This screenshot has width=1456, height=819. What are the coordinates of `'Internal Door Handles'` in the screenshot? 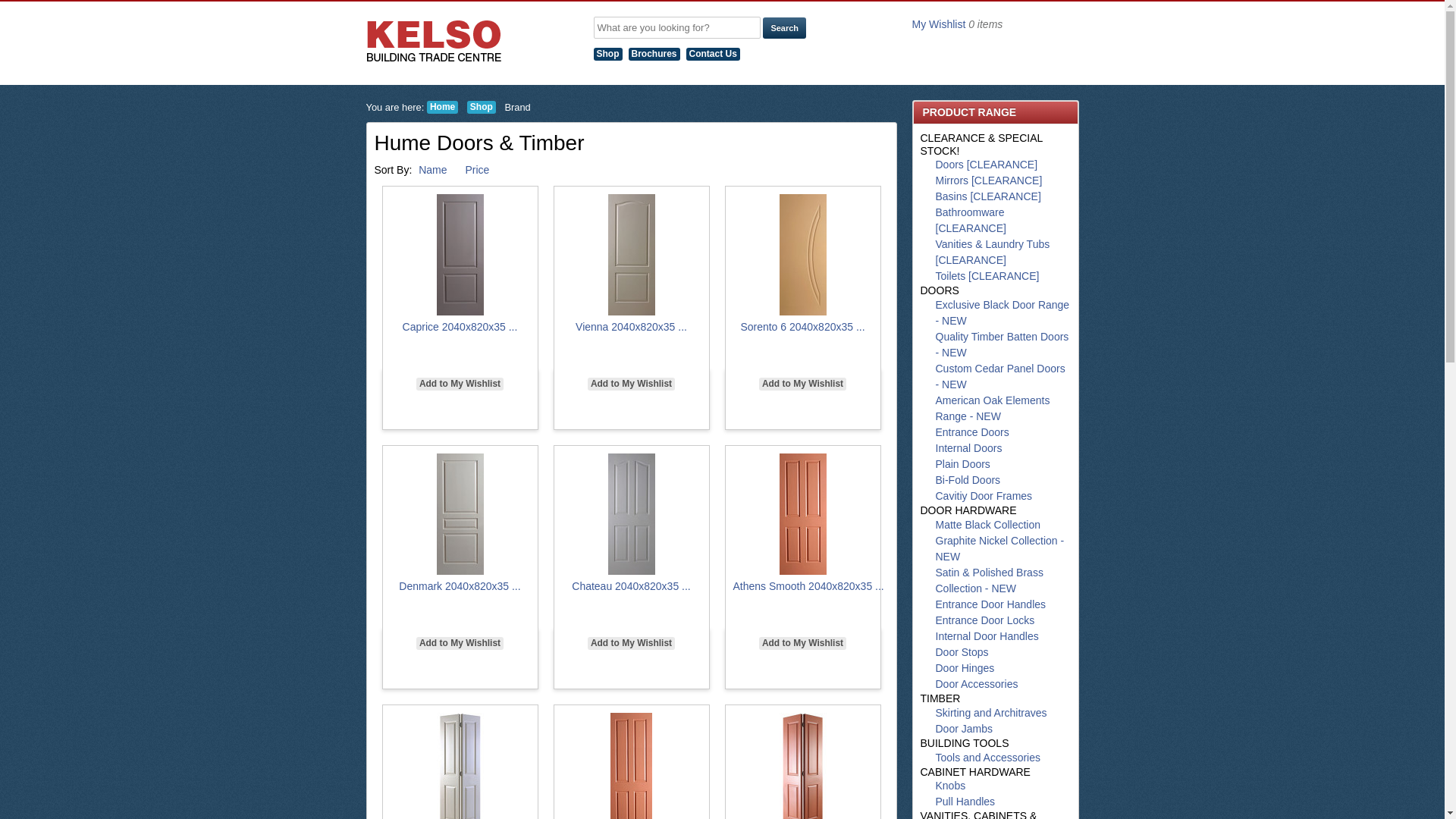 It's located at (987, 636).